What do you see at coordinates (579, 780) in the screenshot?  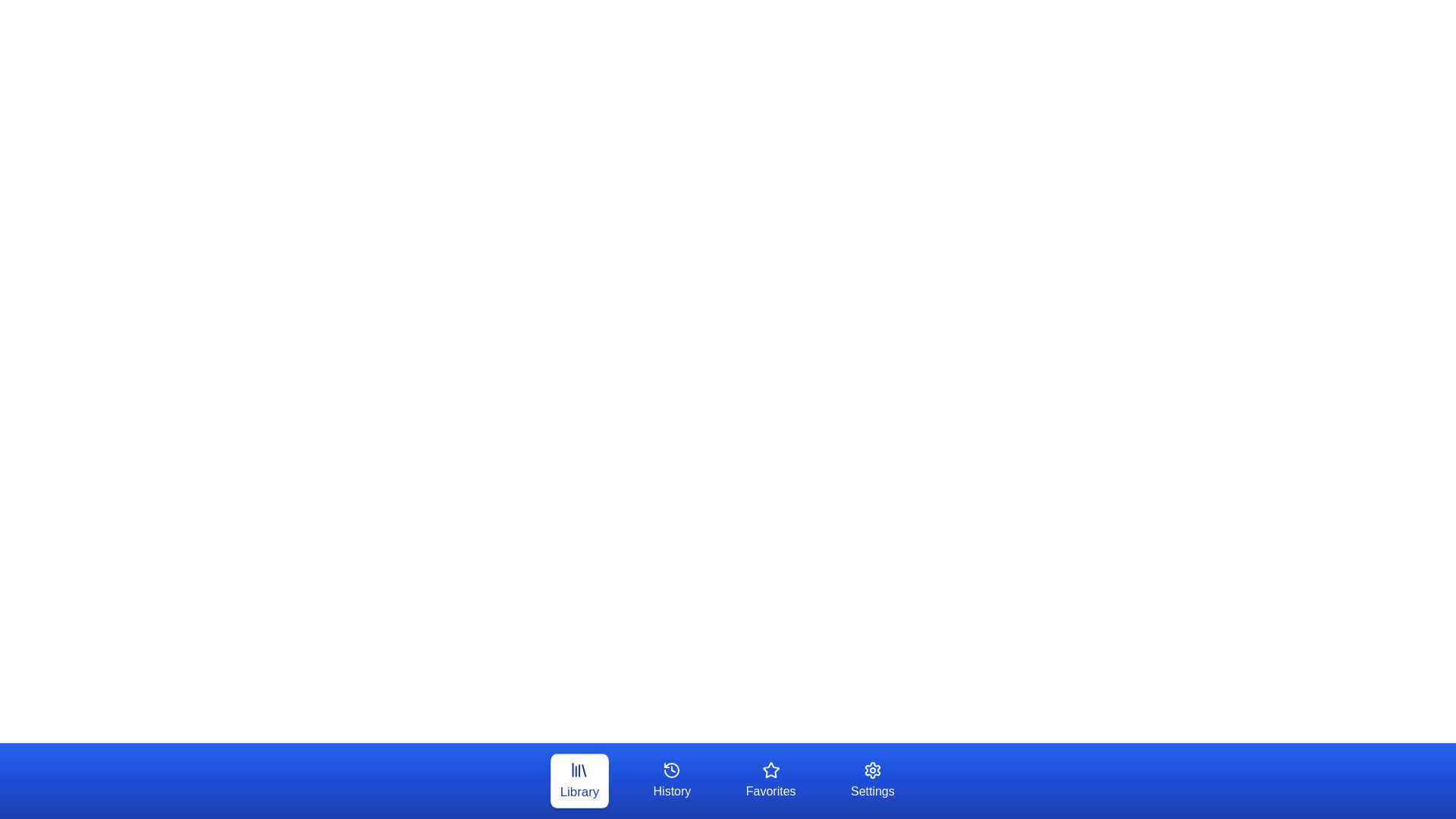 I see `the tab labeled Library` at bounding box center [579, 780].